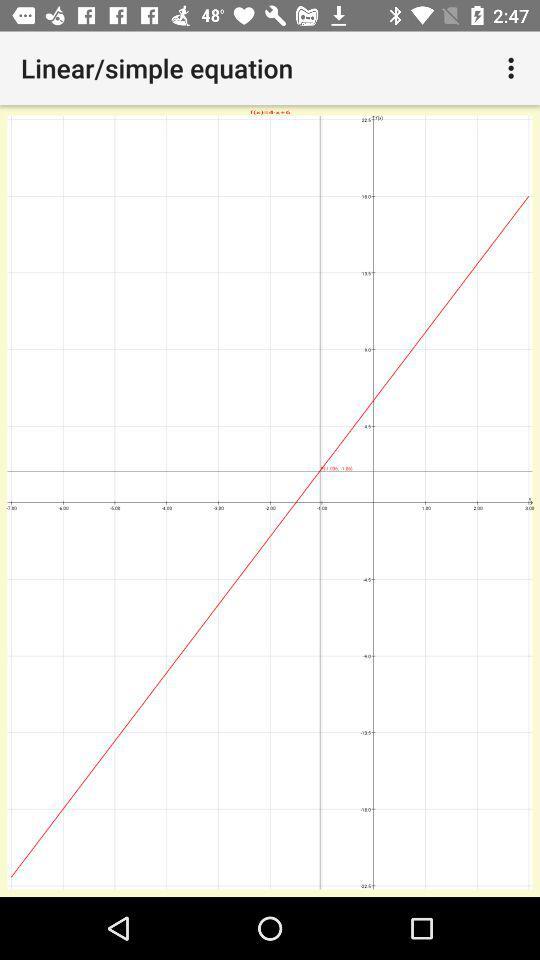 This screenshot has width=540, height=960. What do you see at coordinates (513, 68) in the screenshot?
I see `the icon next to linear/simple equation icon` at bounding box center [513, 68].